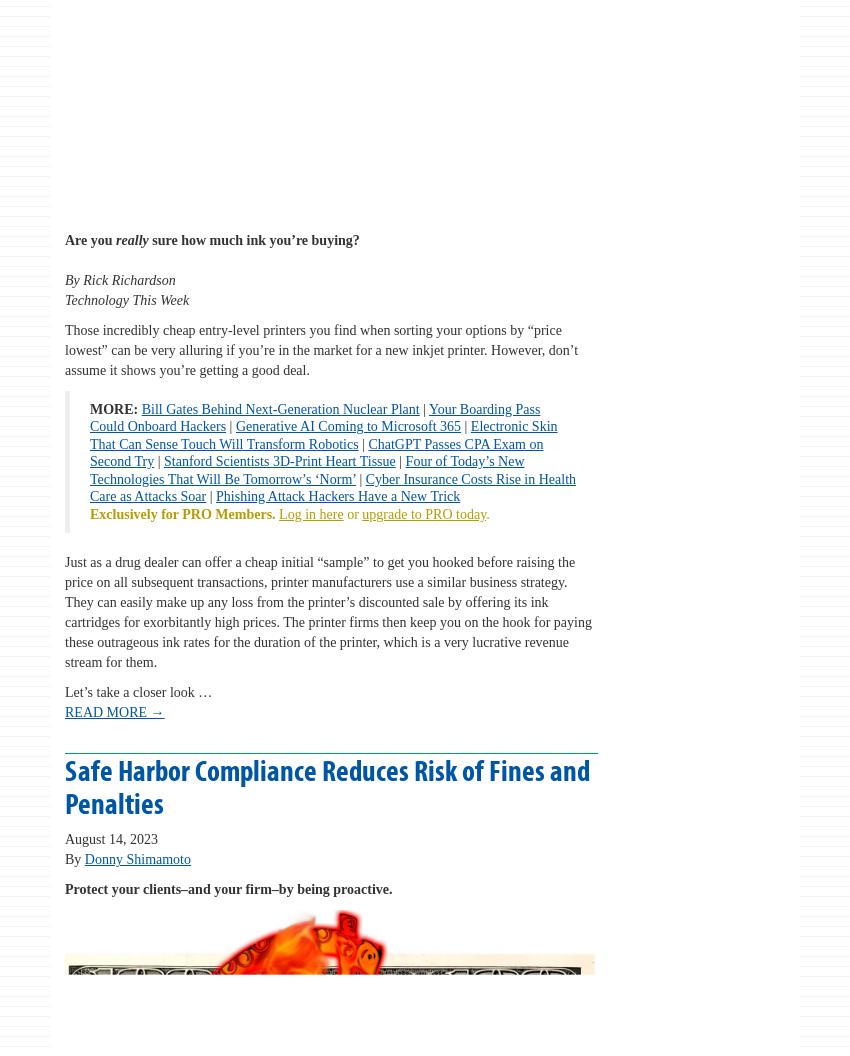  What do you see at coordinates (487, 512) in the screenshot?
I see `'.'` at bounding box center [487, 512].